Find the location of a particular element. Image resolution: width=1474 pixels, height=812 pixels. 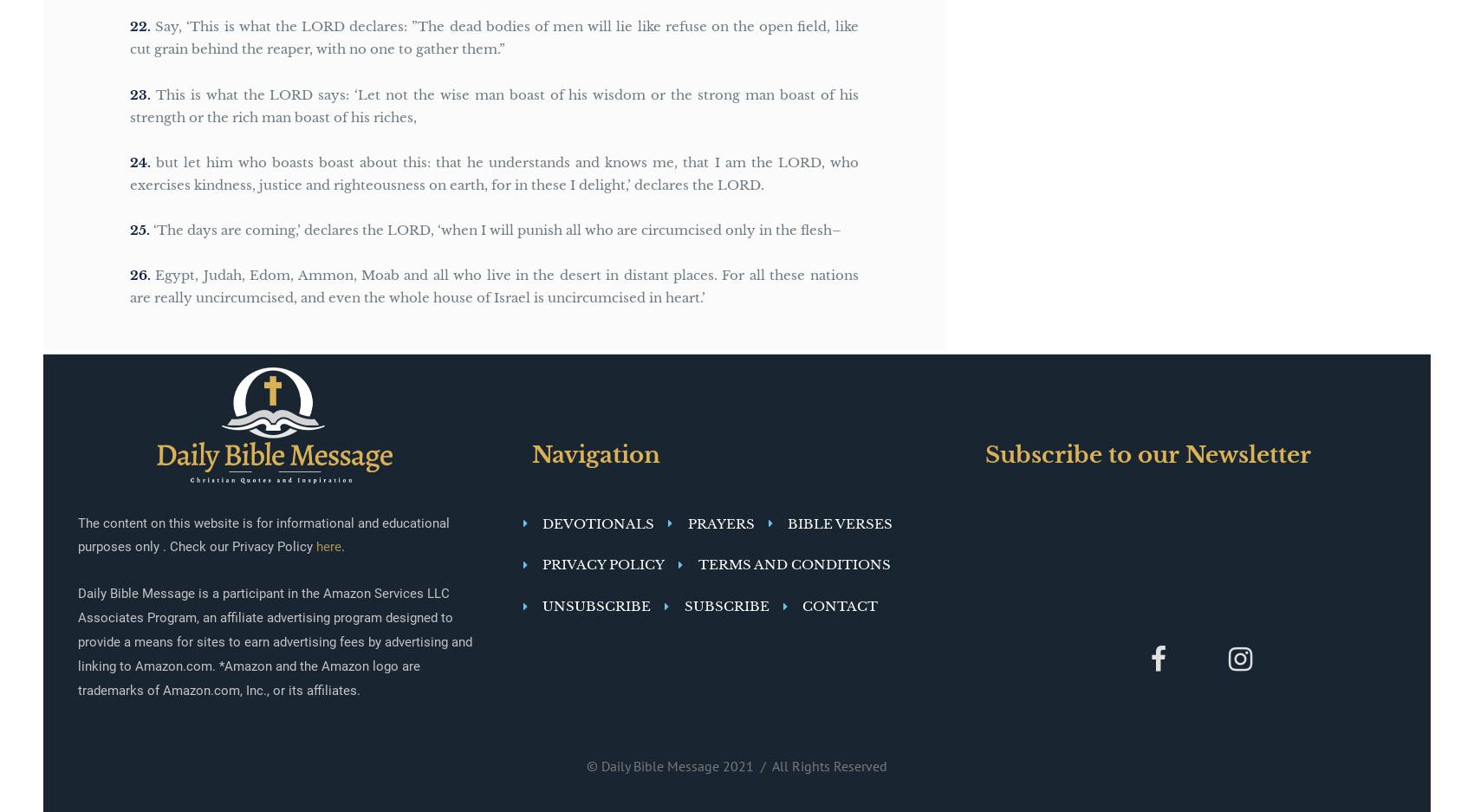

'24' is located at coordinates (129, 161).